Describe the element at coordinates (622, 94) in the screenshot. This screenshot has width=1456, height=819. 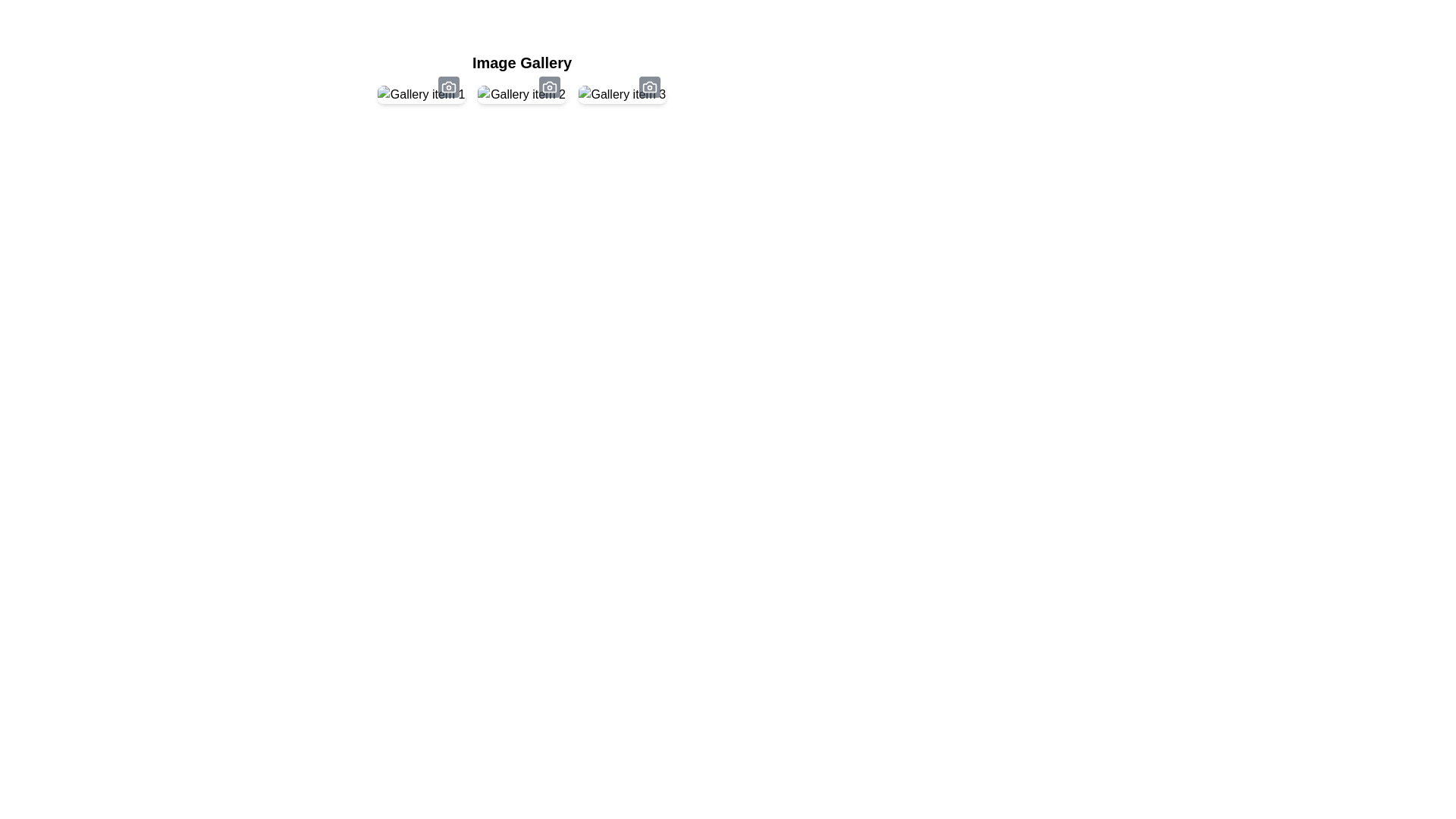
I see `the third image in the gallery grid` at that location.